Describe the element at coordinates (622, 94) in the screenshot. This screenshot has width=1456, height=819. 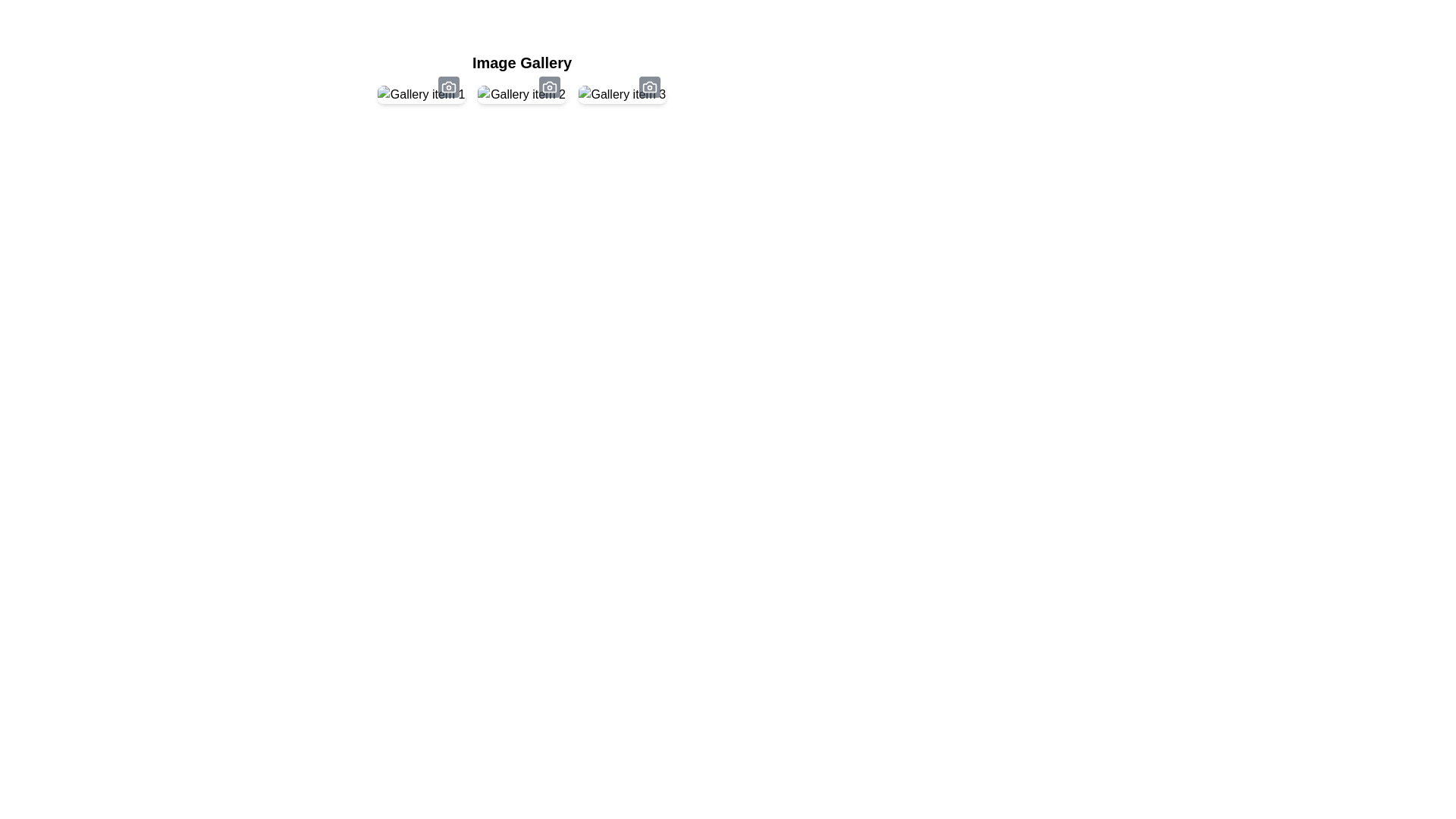
I see `the third image in the gallery grid` at that location.